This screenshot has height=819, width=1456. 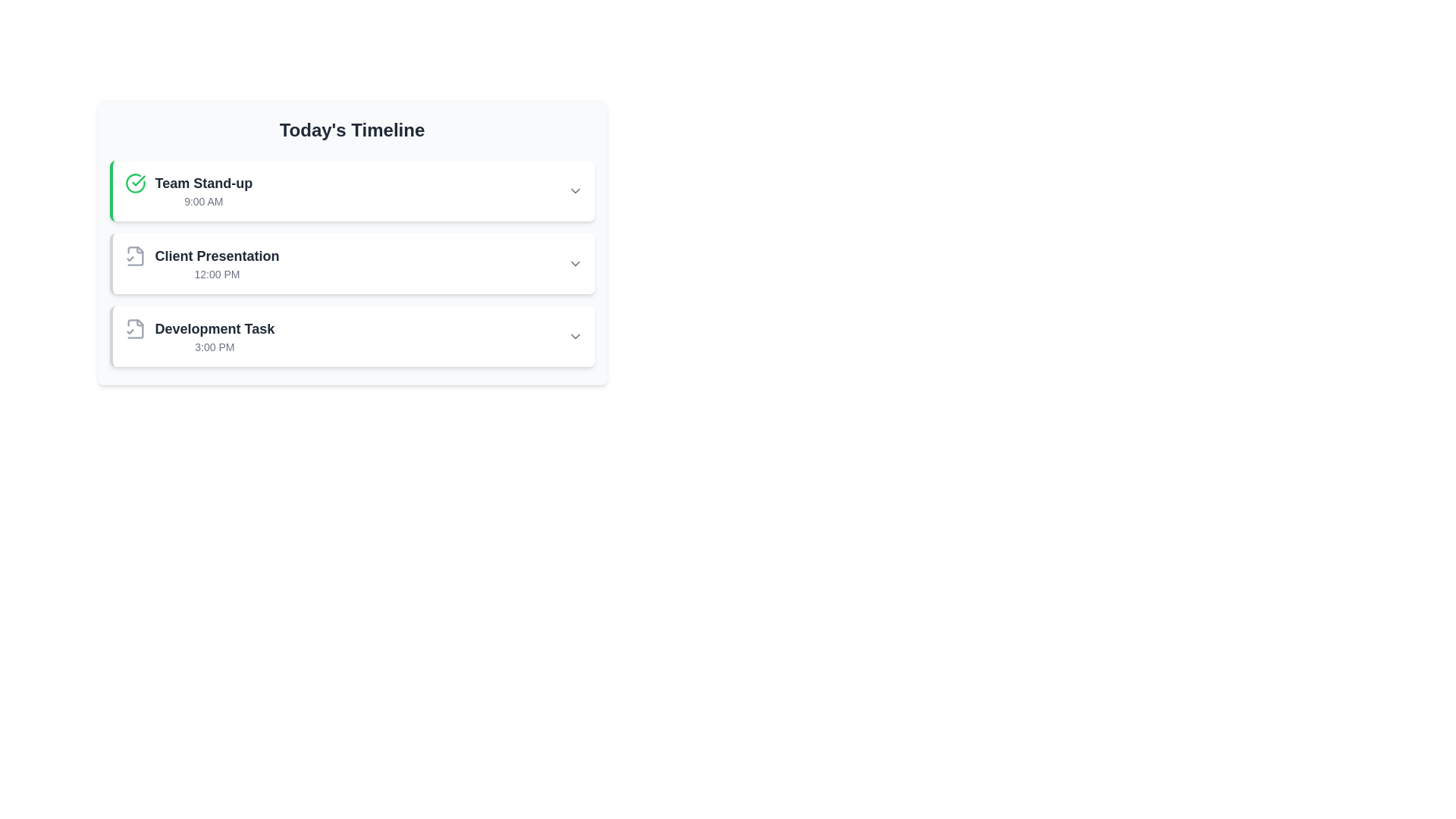 What do you see at coordinates (574, 335) in the screenshot?
I see `the interactive icon located to the right of 'Development Task 3:00 PM'` at bounding box center [574, 335].